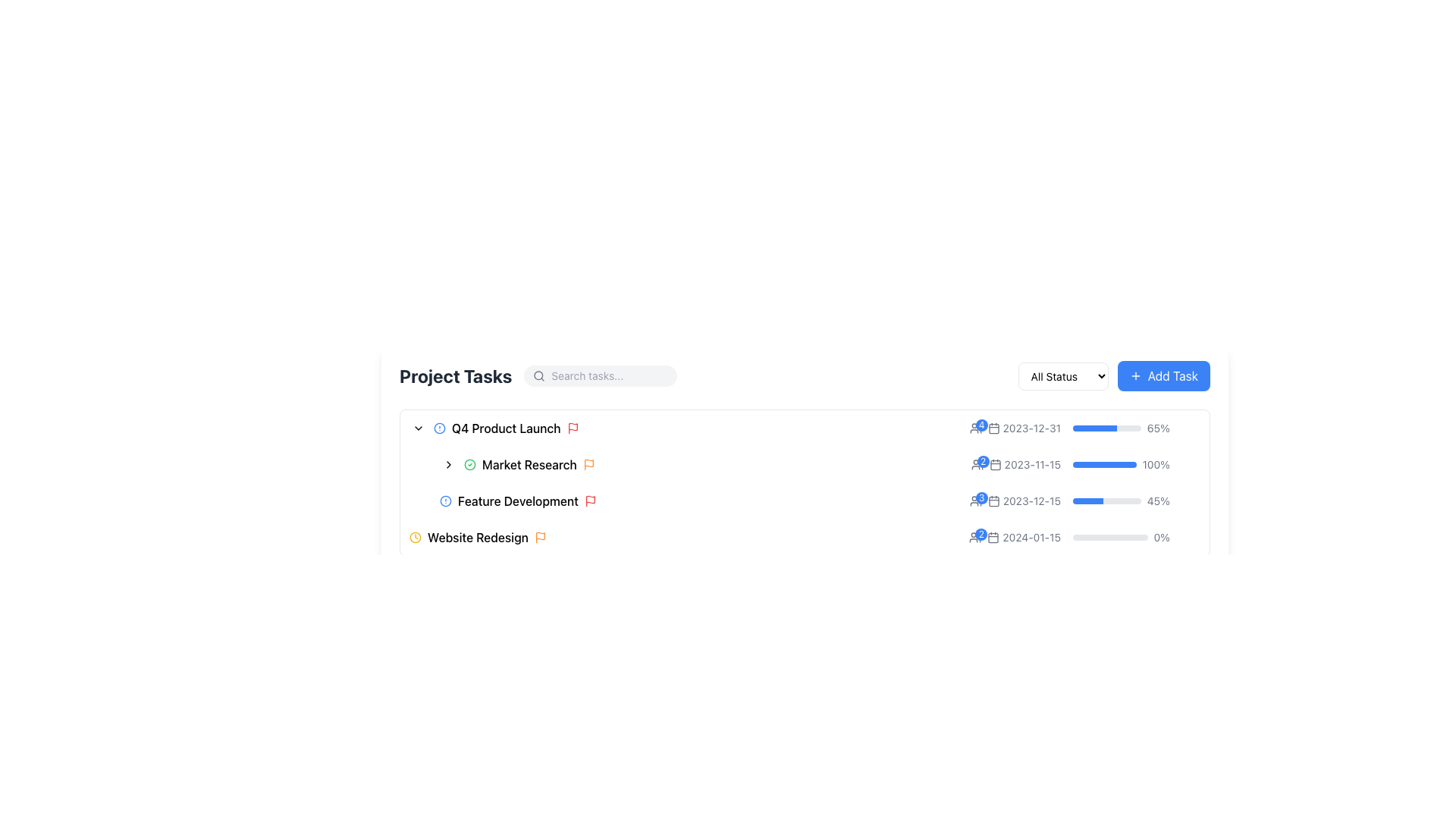 This screenshot has width=1456, height=819. I want to click on the text input field labeled with the placeholder 'Search tasks...' which is part of the search bar component adjacent to the 'Project Tasks' label, so click(610, 375).